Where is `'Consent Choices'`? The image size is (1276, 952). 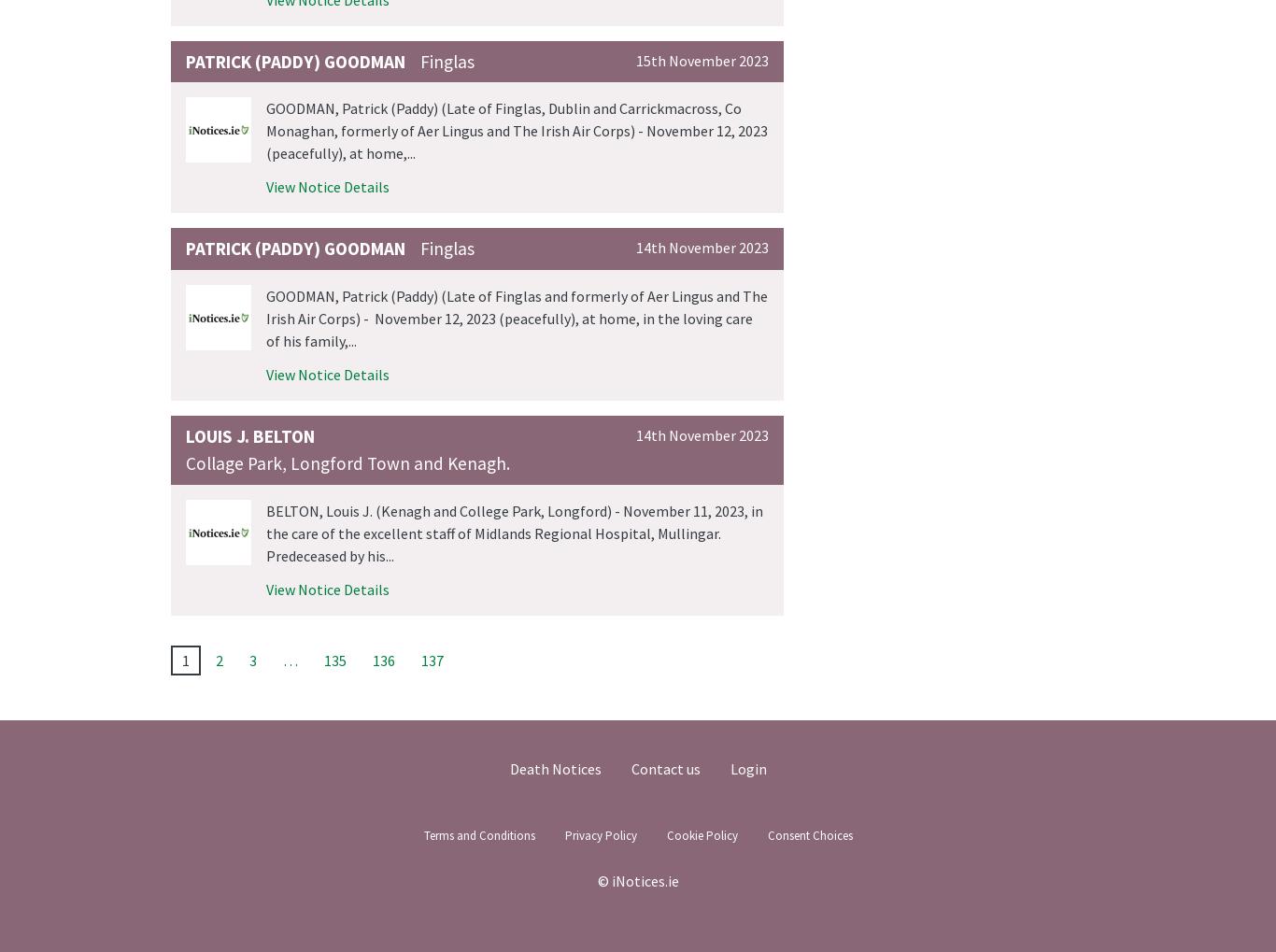 'Consent Choices' is located at coordinates (808, 834).